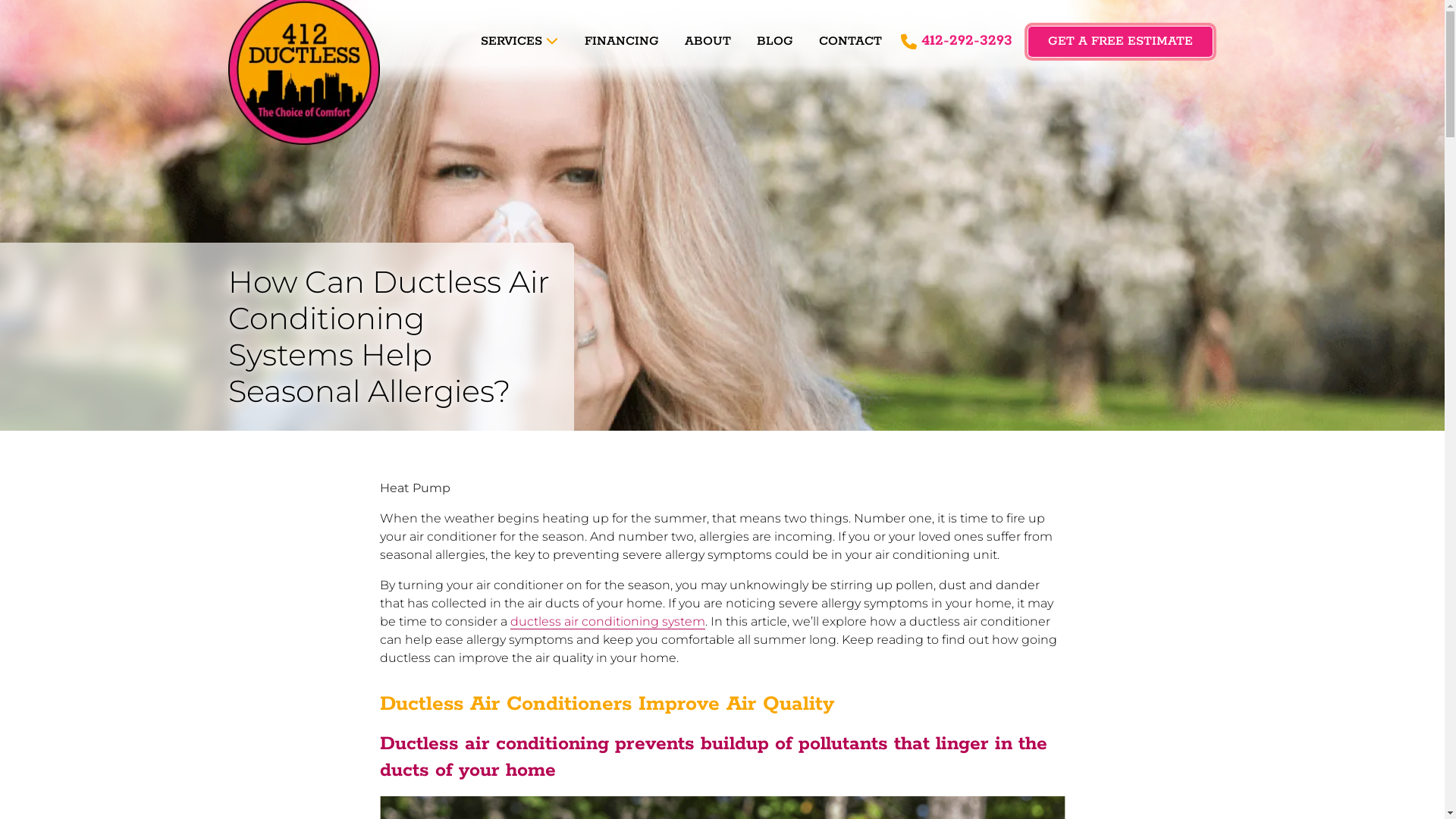 The width and height of the screenshot is (1456, 819). What do you see at coordinates (607, 622) in the screenshot?
I see `'ductless air conditioning system'` at bounding box center [607, 622].